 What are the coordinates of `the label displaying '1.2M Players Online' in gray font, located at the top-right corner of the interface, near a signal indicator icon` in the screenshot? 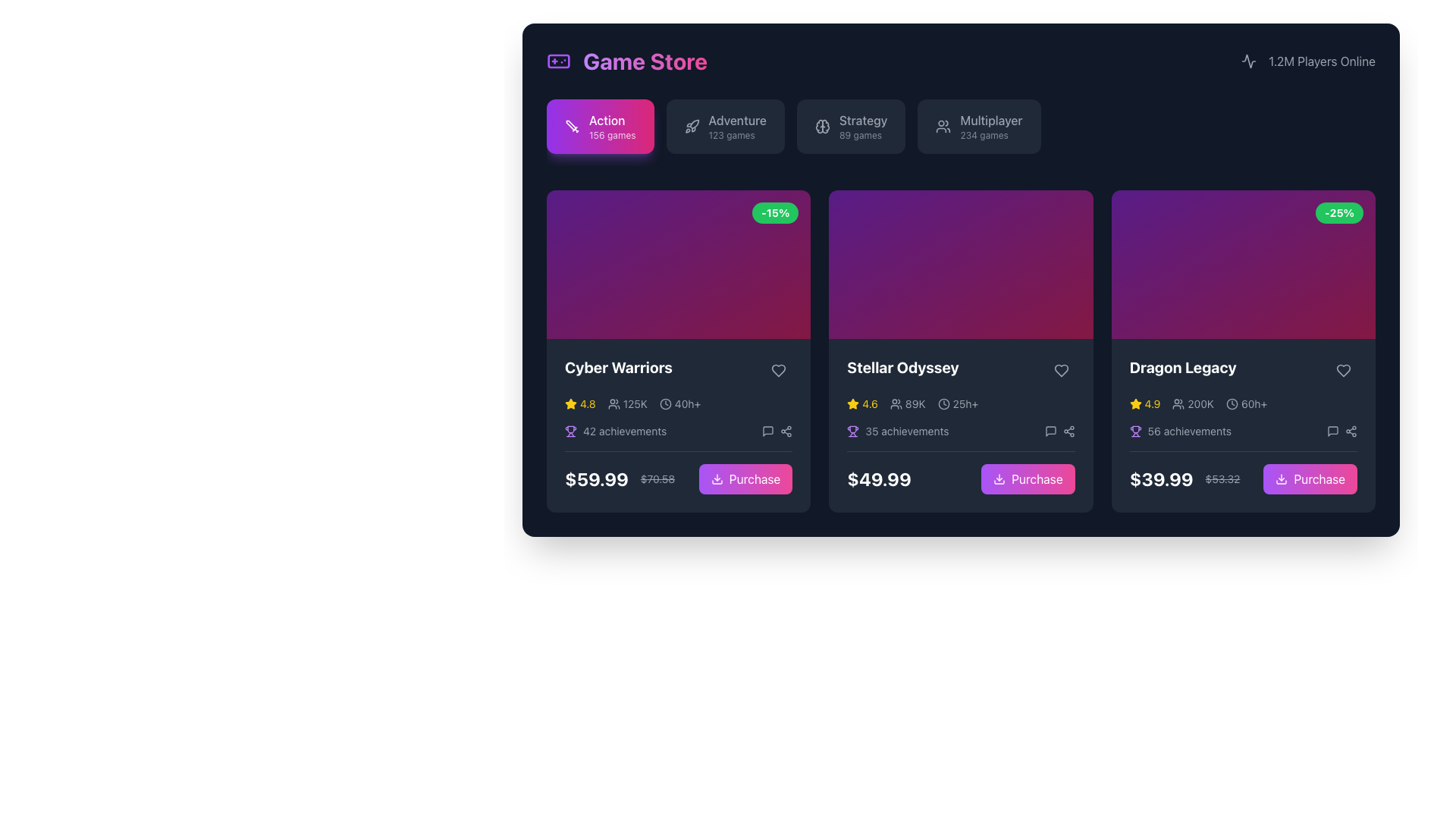 It's located at (1321, 61).